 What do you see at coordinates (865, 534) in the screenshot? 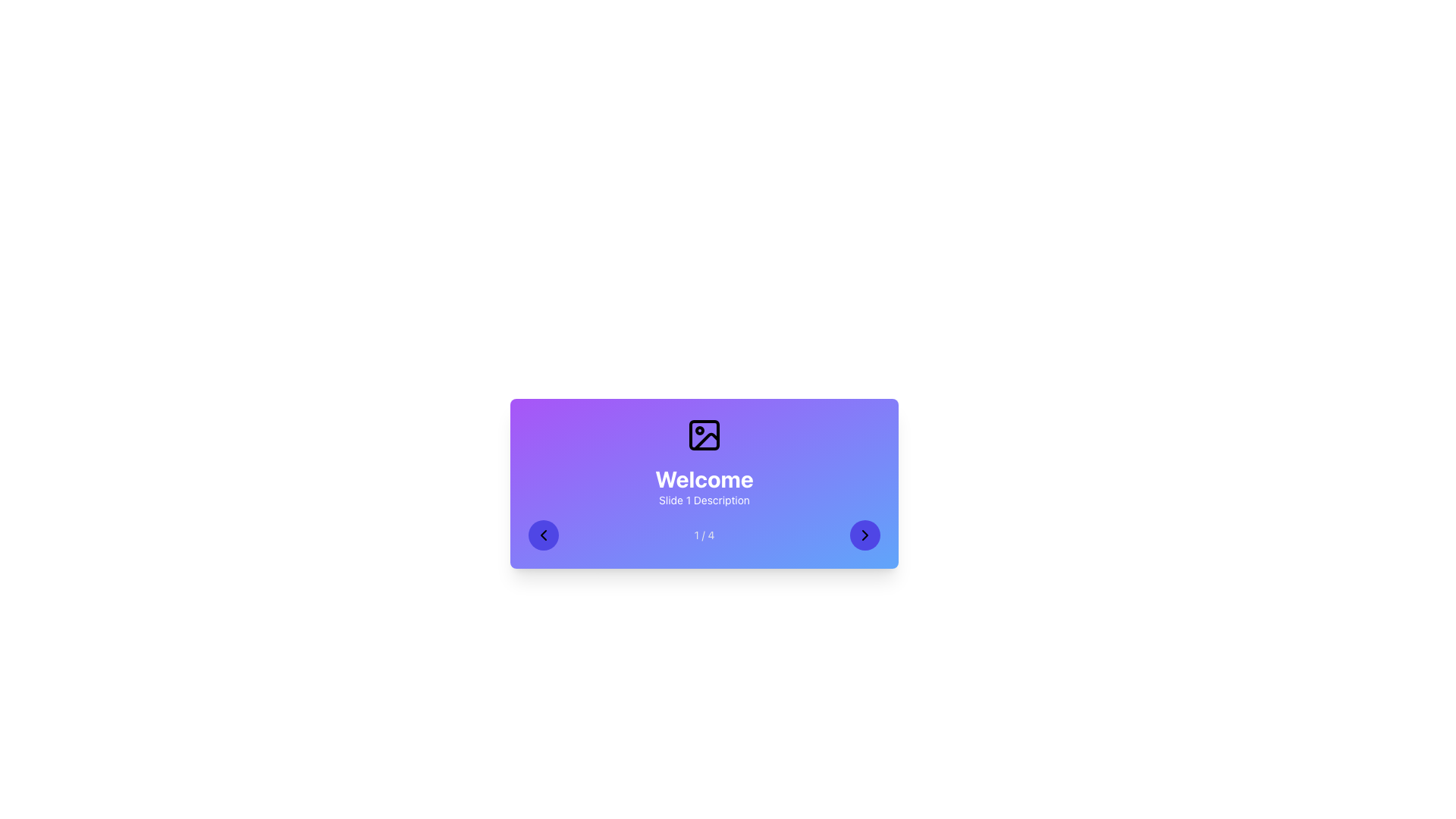
I see `the circular button with a dark purple background and a right-pointing chevron` at bounding box center [865, 534].